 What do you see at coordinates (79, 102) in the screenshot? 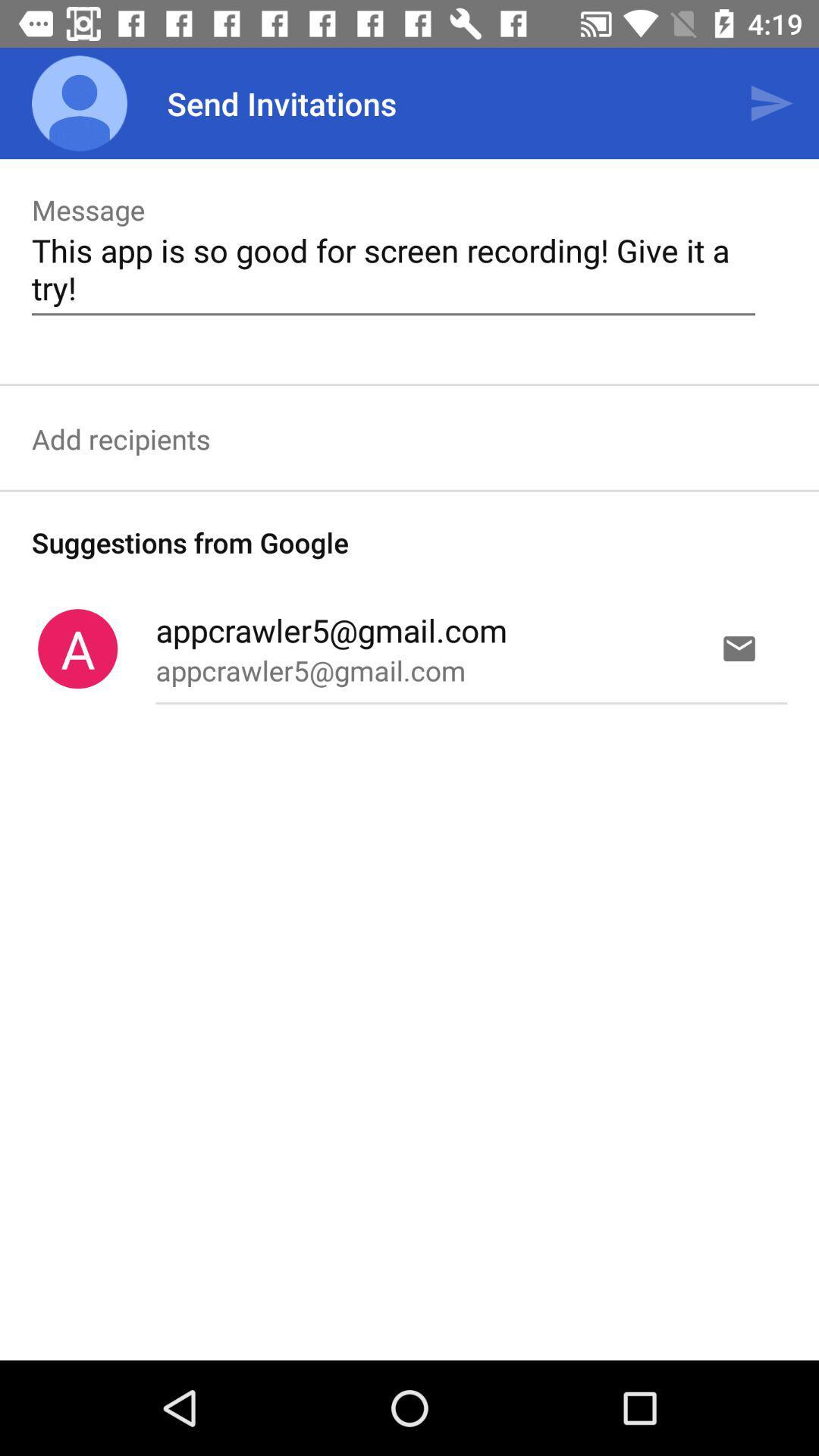
I see `the app to the left of send invitations item` at bounding box center [79, 102].